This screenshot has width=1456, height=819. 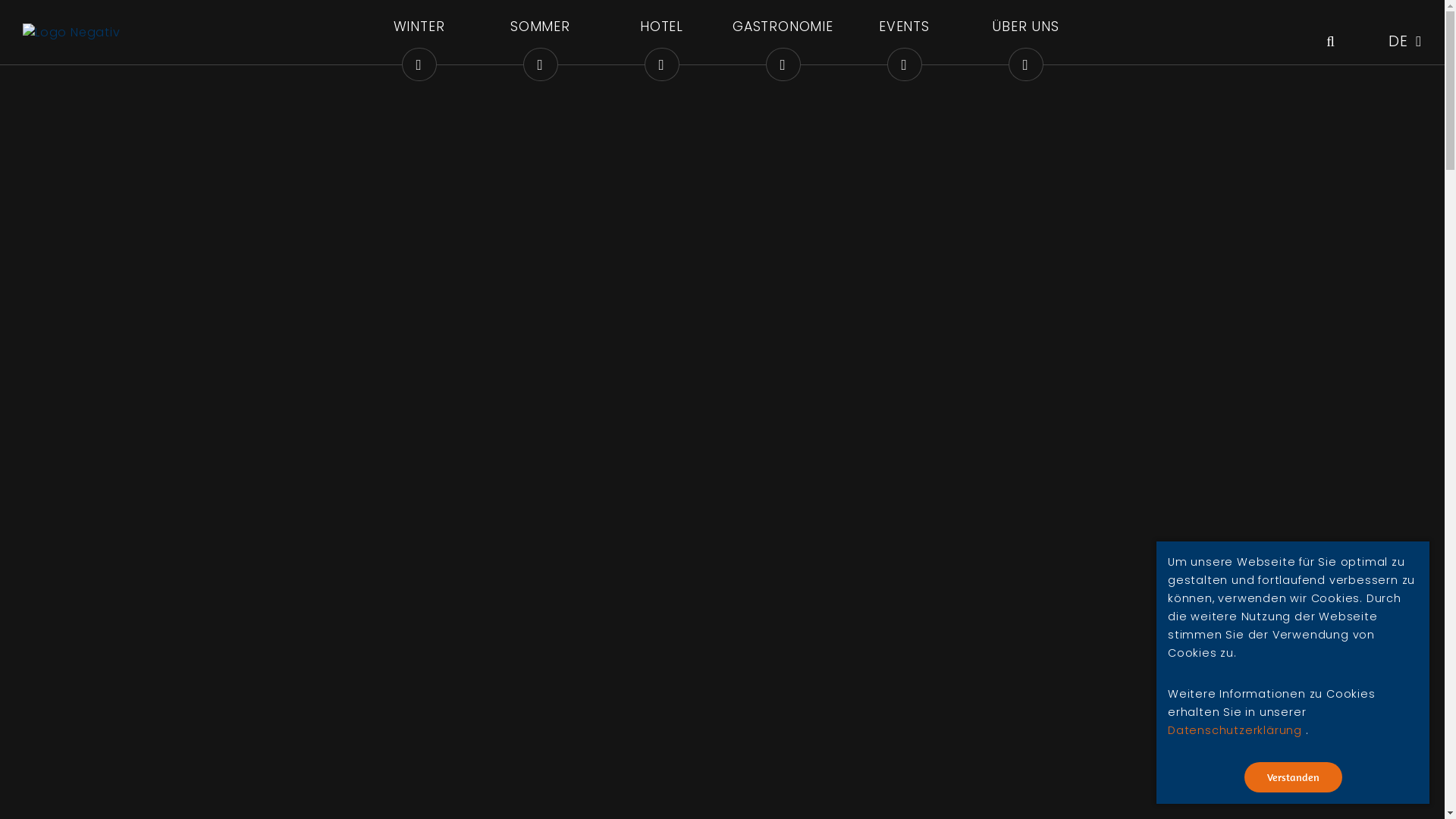 I want to click on 'SOMMER', so click(x=539, y=34).